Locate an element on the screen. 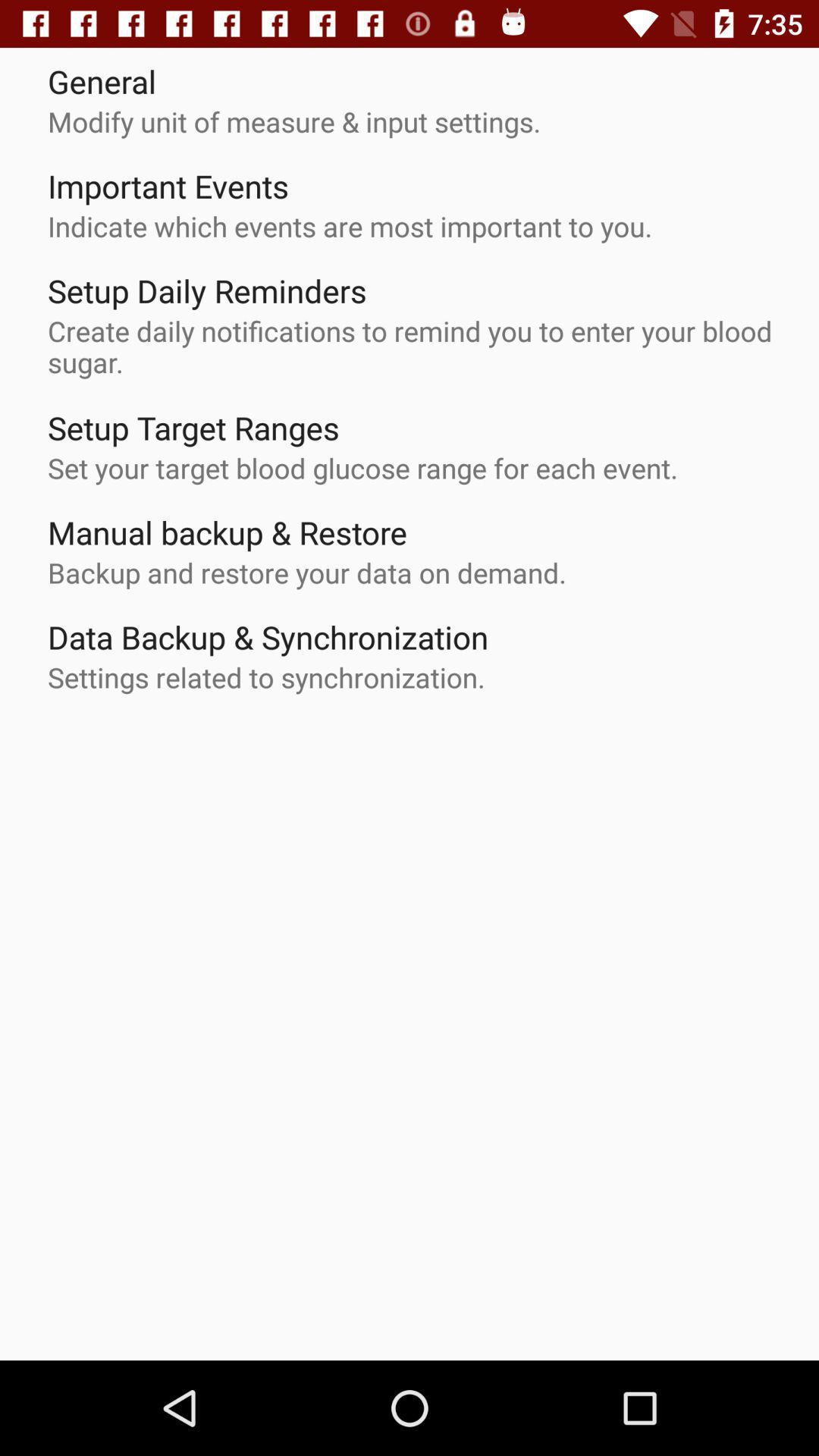 The height and width of the screenshot is (1456, 819). the app below data backup & synchronization item is located at coordinates (265, 676).